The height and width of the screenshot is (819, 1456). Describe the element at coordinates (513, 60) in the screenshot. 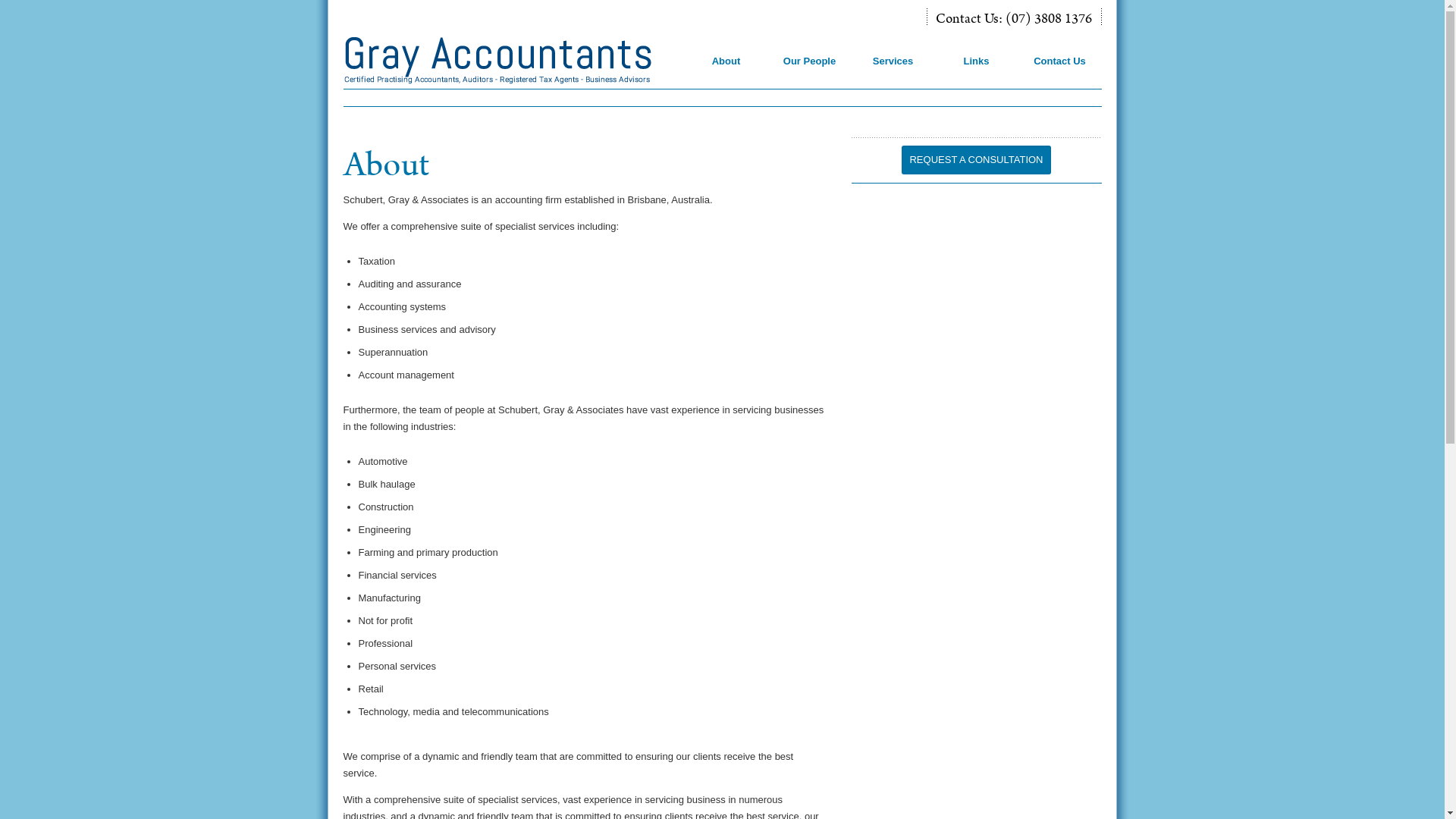

I see `'Gray Accountants'` at that location.